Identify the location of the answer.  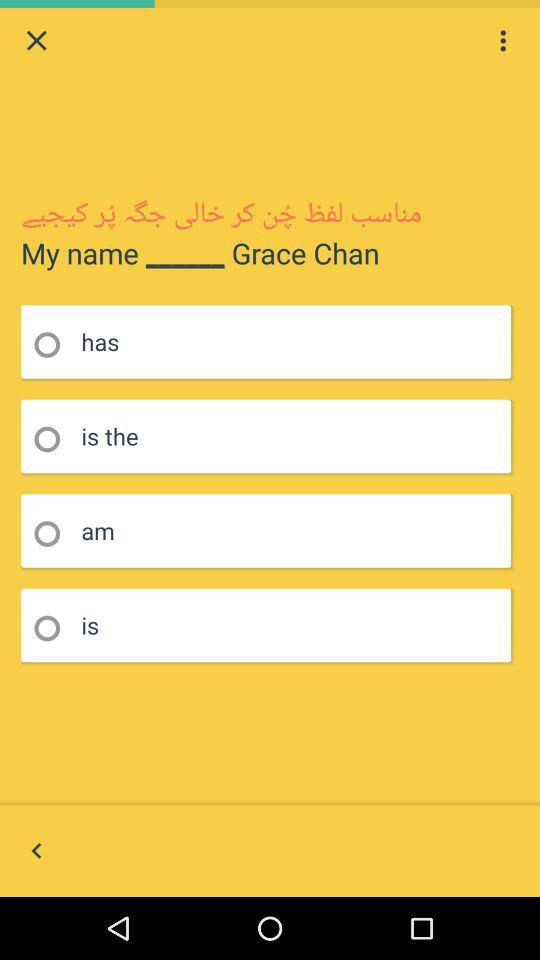
(53, 439).